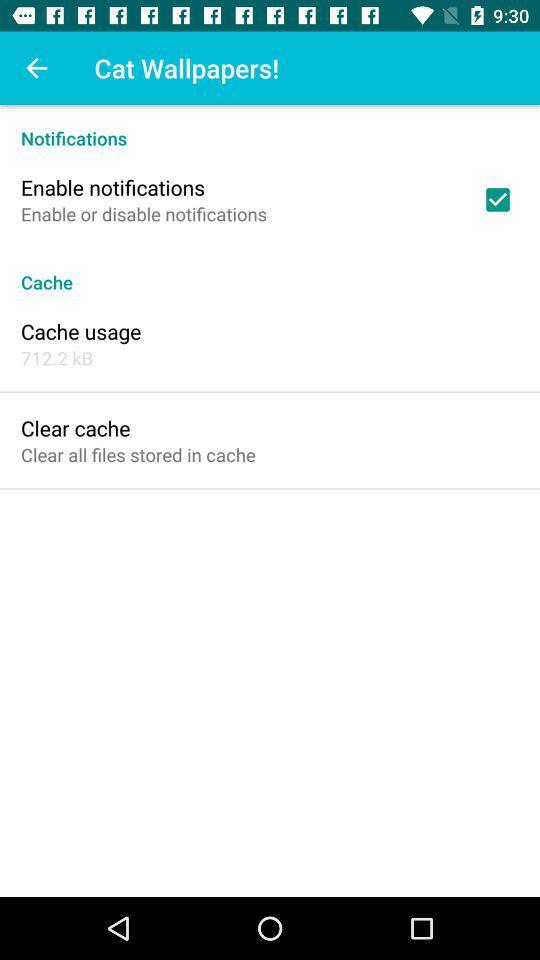  Describe the element at coordinates (143, 214) in the screenshot. I see `enable or disable icon` at that location.